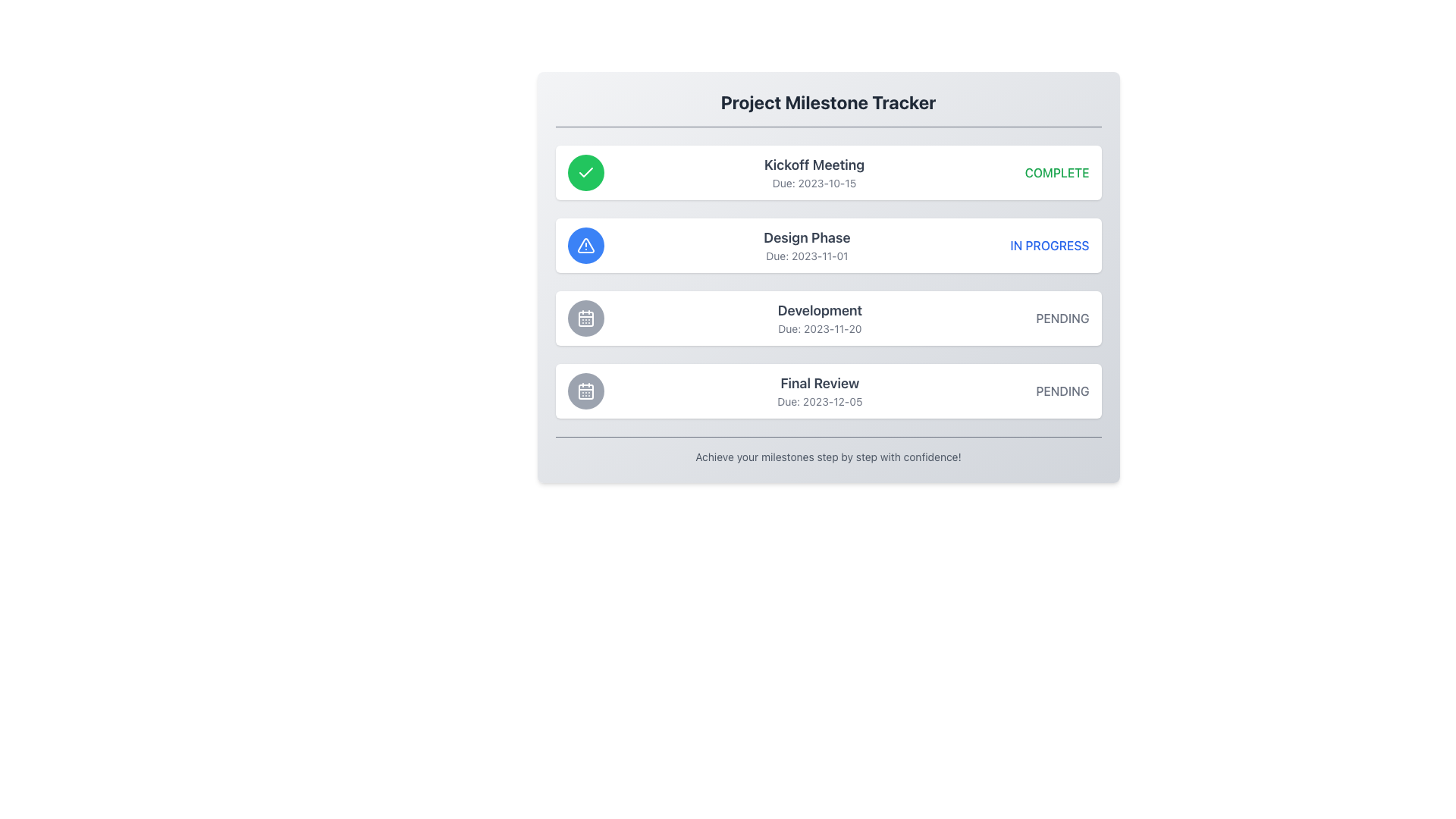 The image size is (1456, 819). Describe the element at coordinates (827, 245) in the screenshot. I see `the 'Design Phase' milestone list item which includes an icon, title, and status text, located in the 'Project Milestone Tracker'` at that location.